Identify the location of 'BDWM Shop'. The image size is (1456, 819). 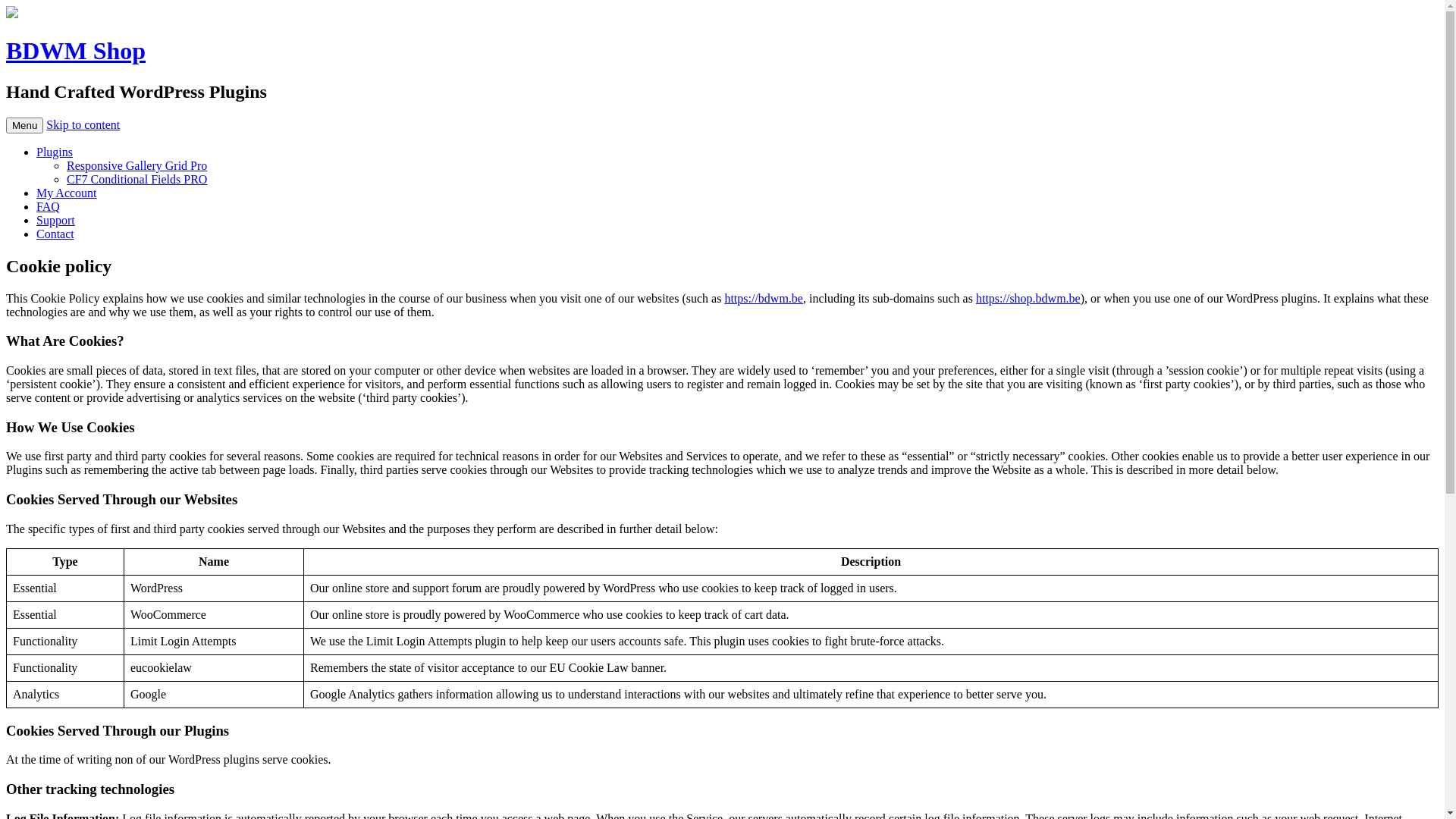
(6, 49).